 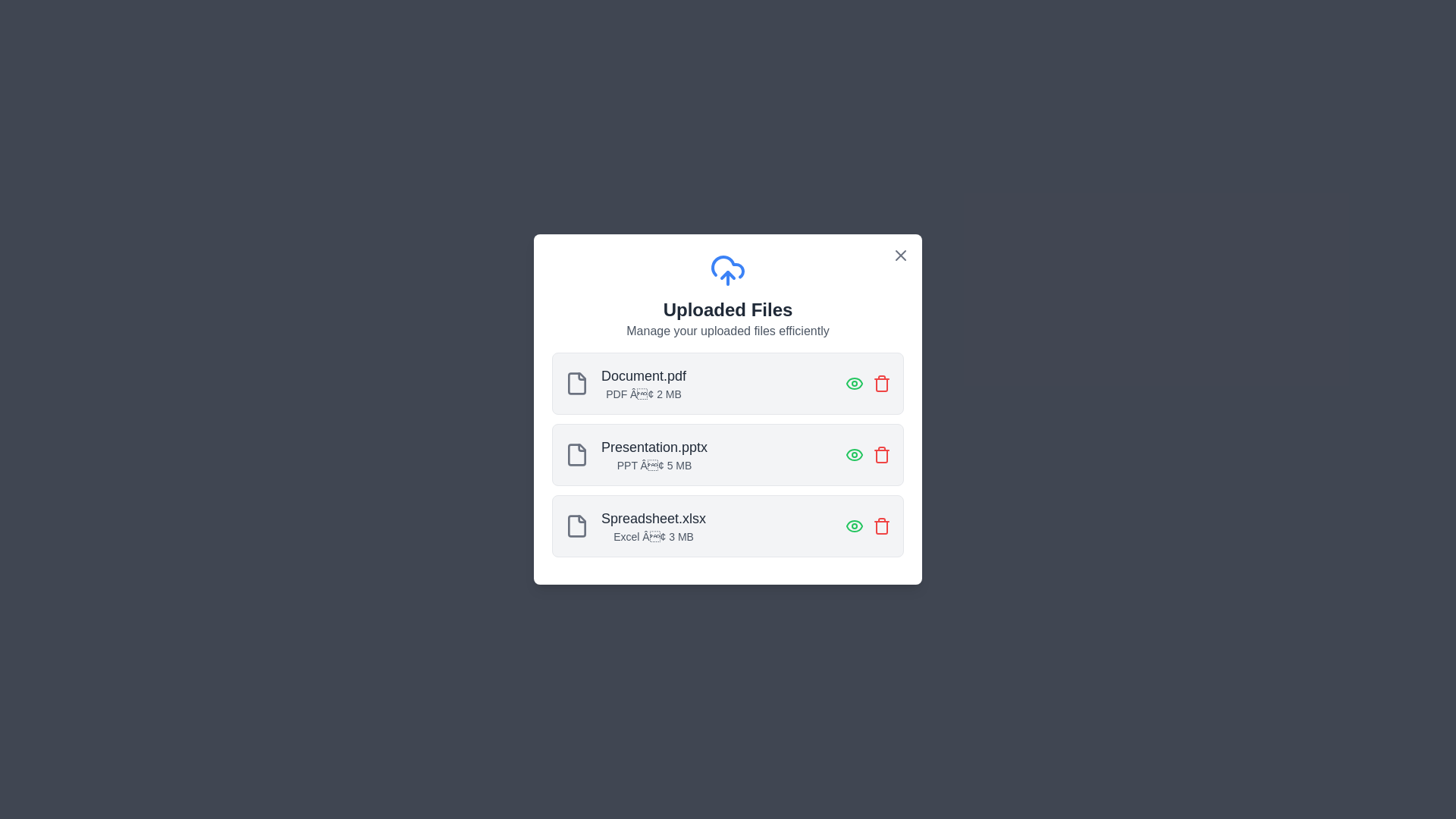 What do you see at coordinates (654, 517) in the screenshot?
I see `the text label in the third row of the list that identifies the file name, which is positioned above the additional details text 'Excel • 3 MB' and adjacent to a file-type icon` at bounding box center [654, 517].